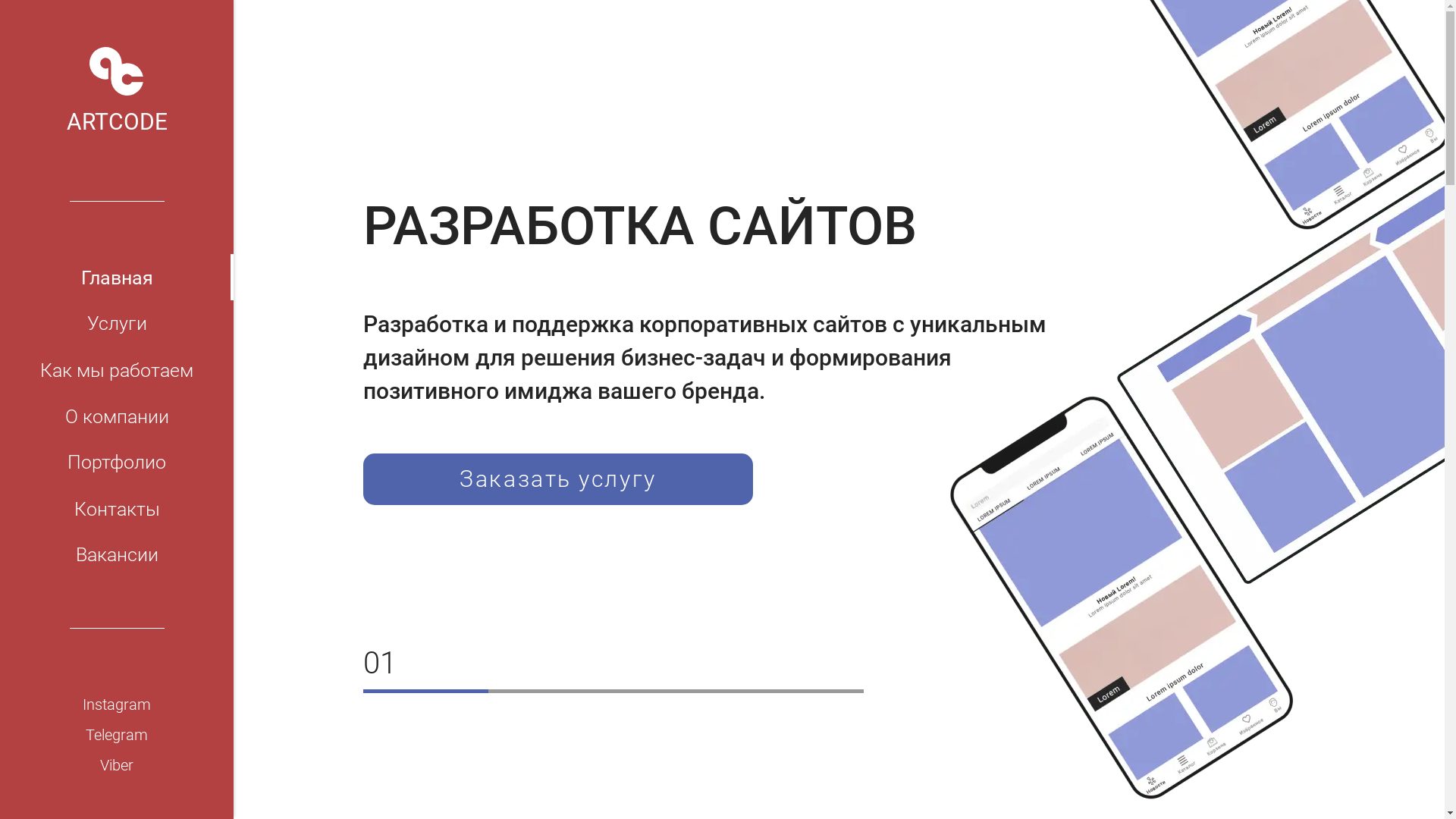 The height and width of the screenshot is (819, 1456). I want to click on 'Instagram', so click(115, 704).